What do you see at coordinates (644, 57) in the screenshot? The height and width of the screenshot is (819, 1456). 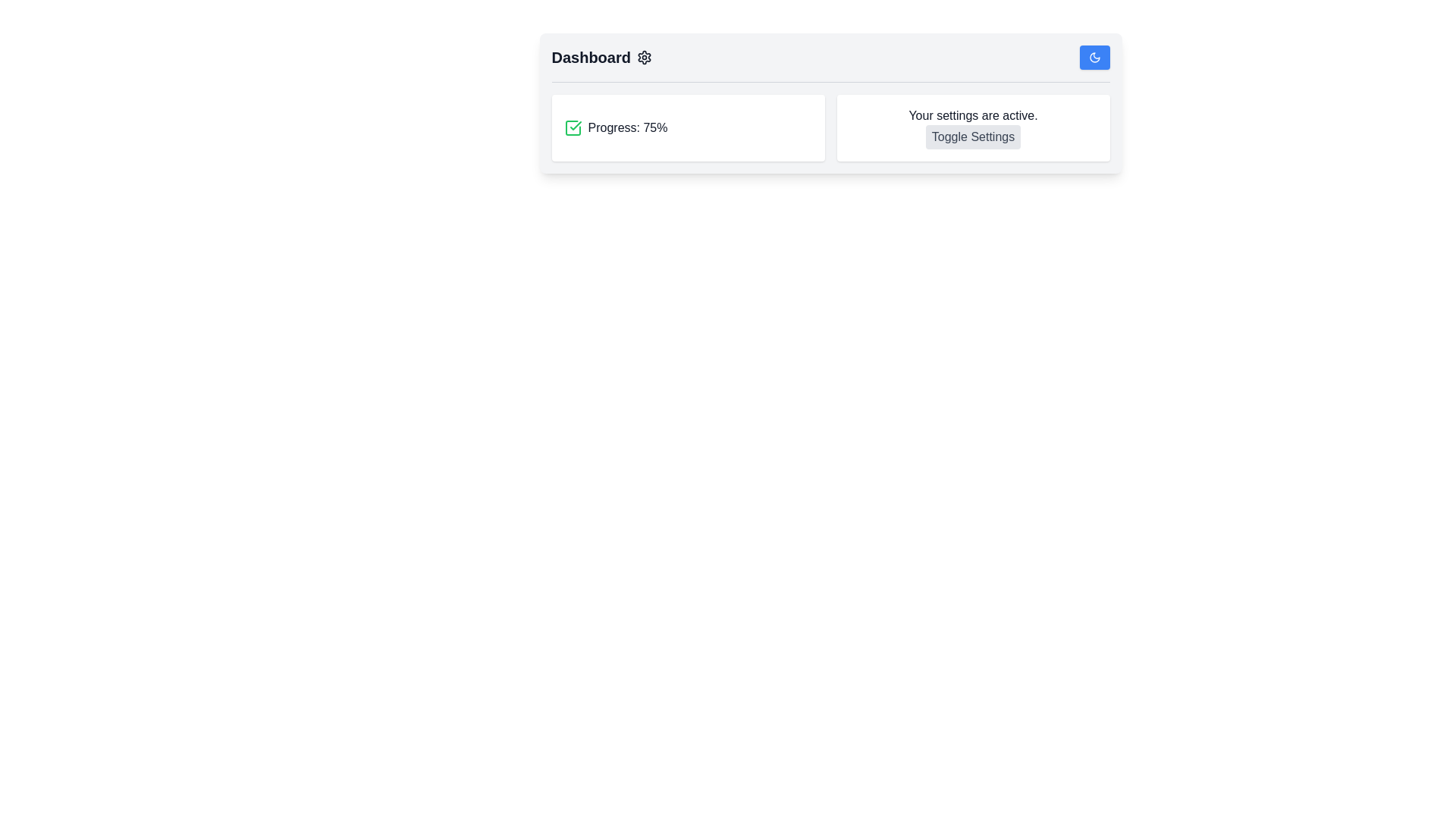 I see `the largest component of the settings icon located next to the 'Dashboard' text at the top-left portion of the interface` at bounding box center [644, 57].